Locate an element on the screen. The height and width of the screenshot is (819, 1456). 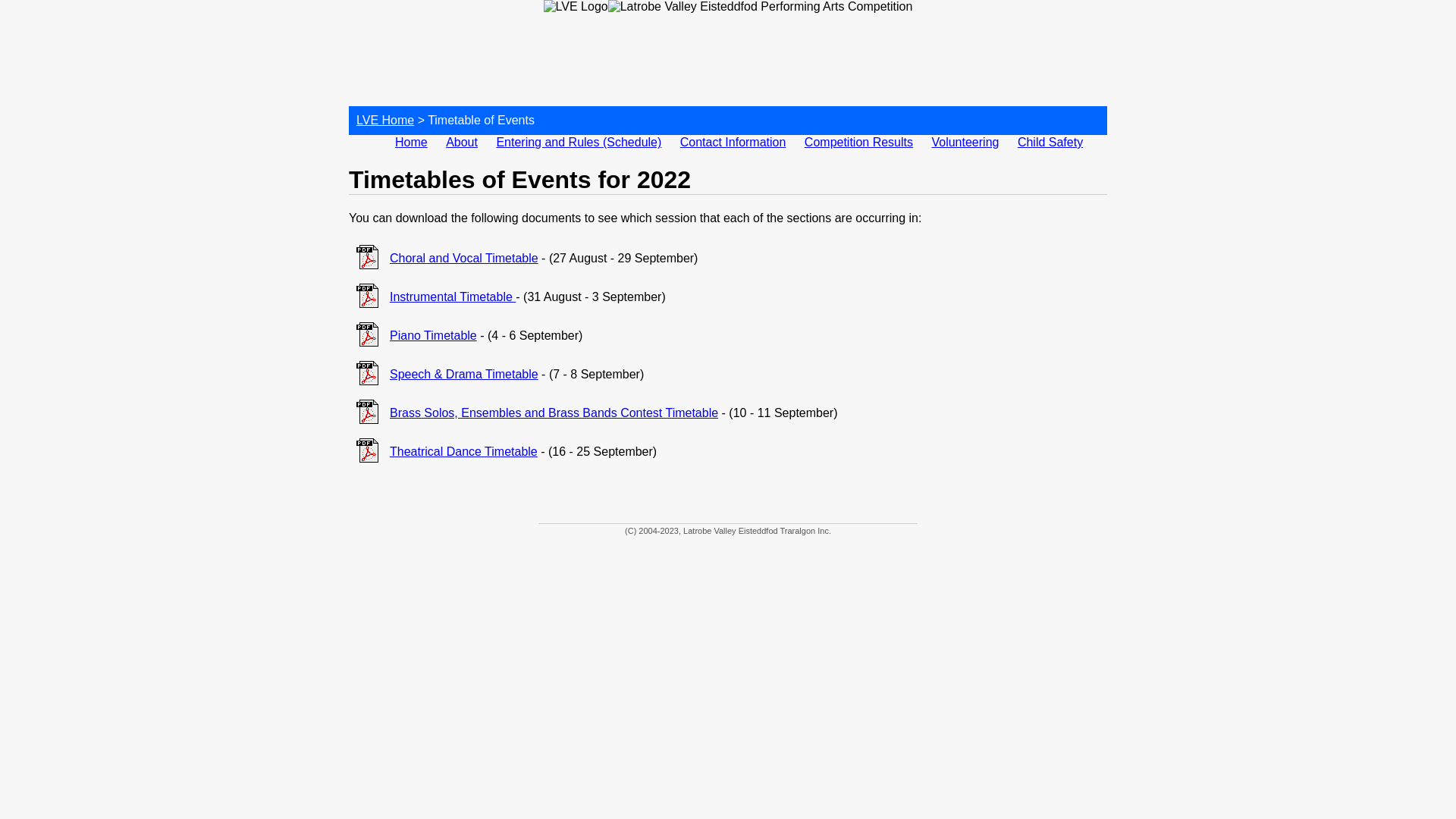
'Home' is located at coordinates (411, 142).